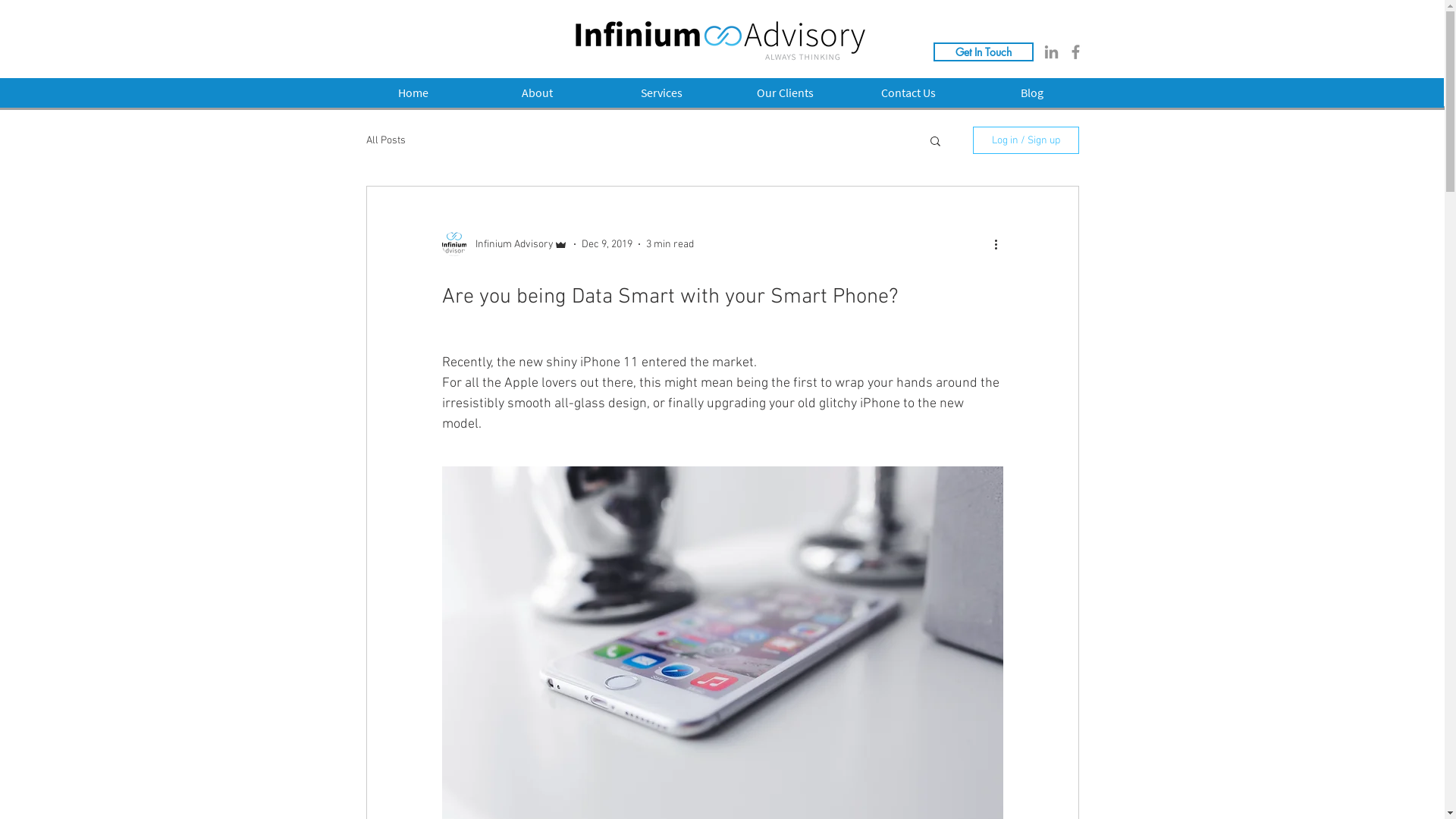 This screenshot has width=1456, height=819. Describe the element at coordinates (1025, 140) in the screenshot. I see `'Log in / Sign up'` at that location.